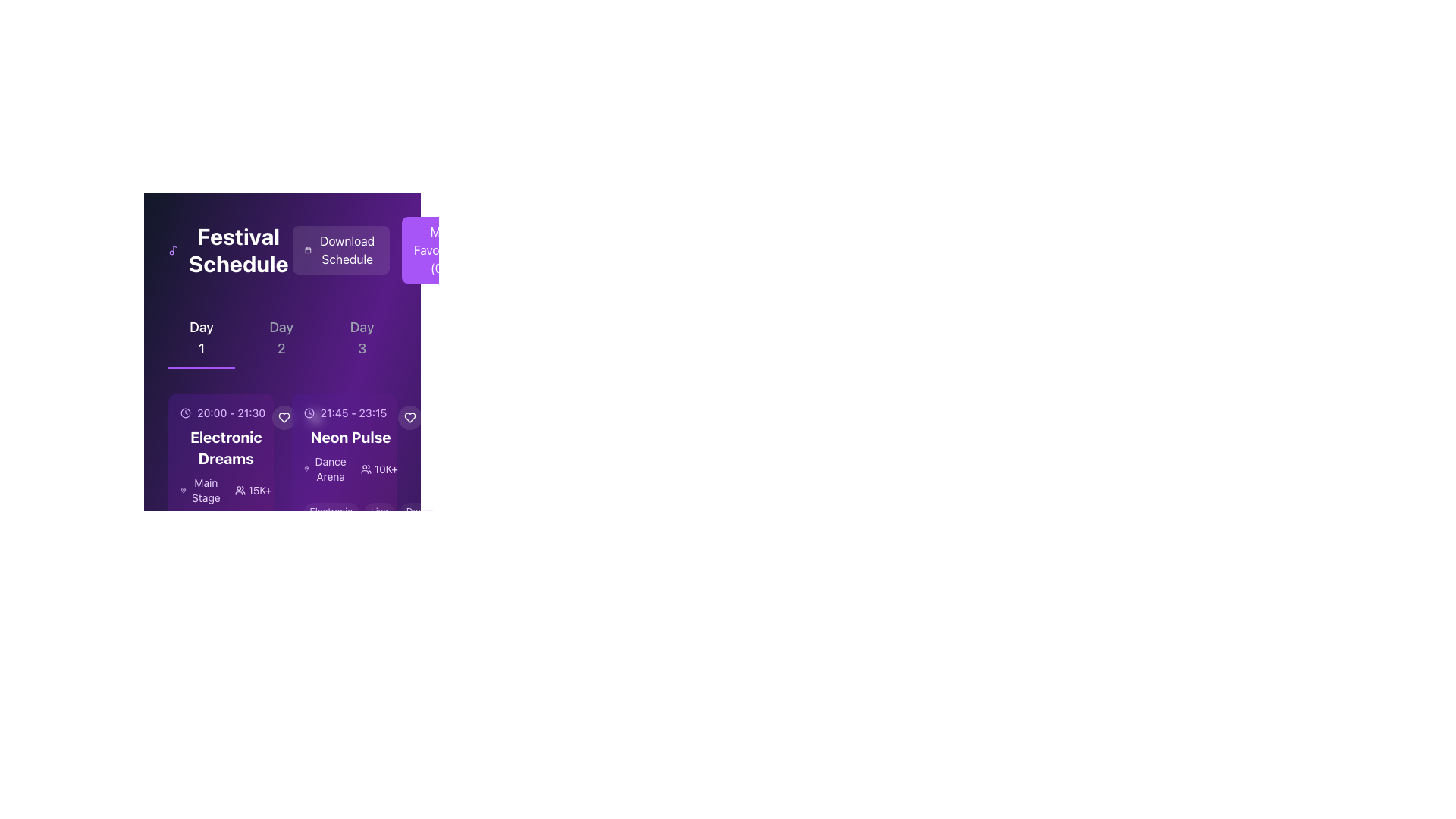  Describe the element at coordinates (281, 337) in the screenshot. I see `the 'Day 2' tab` at that location.